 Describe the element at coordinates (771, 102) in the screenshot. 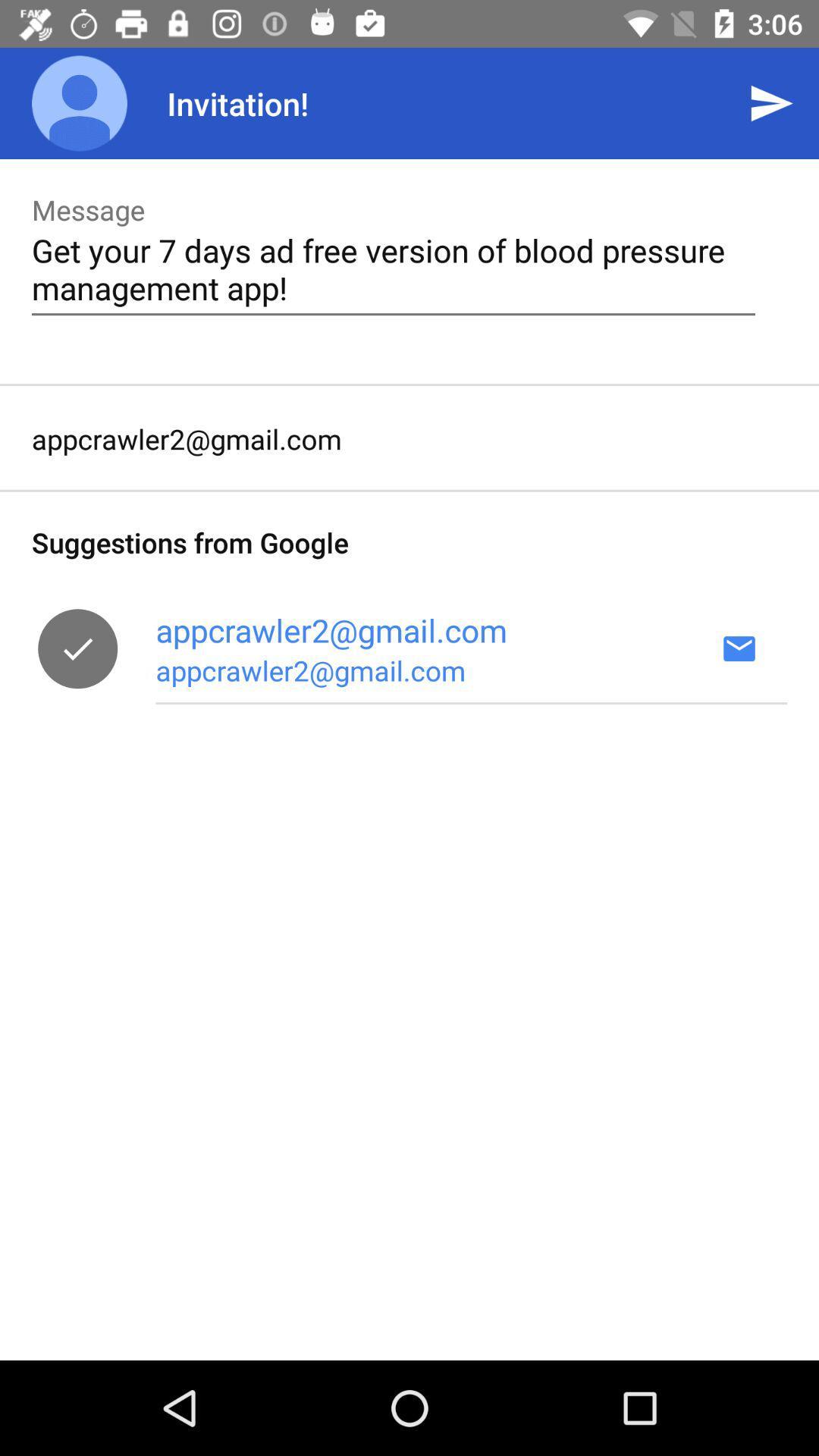

I see `the icon at the top right corner` at that location.